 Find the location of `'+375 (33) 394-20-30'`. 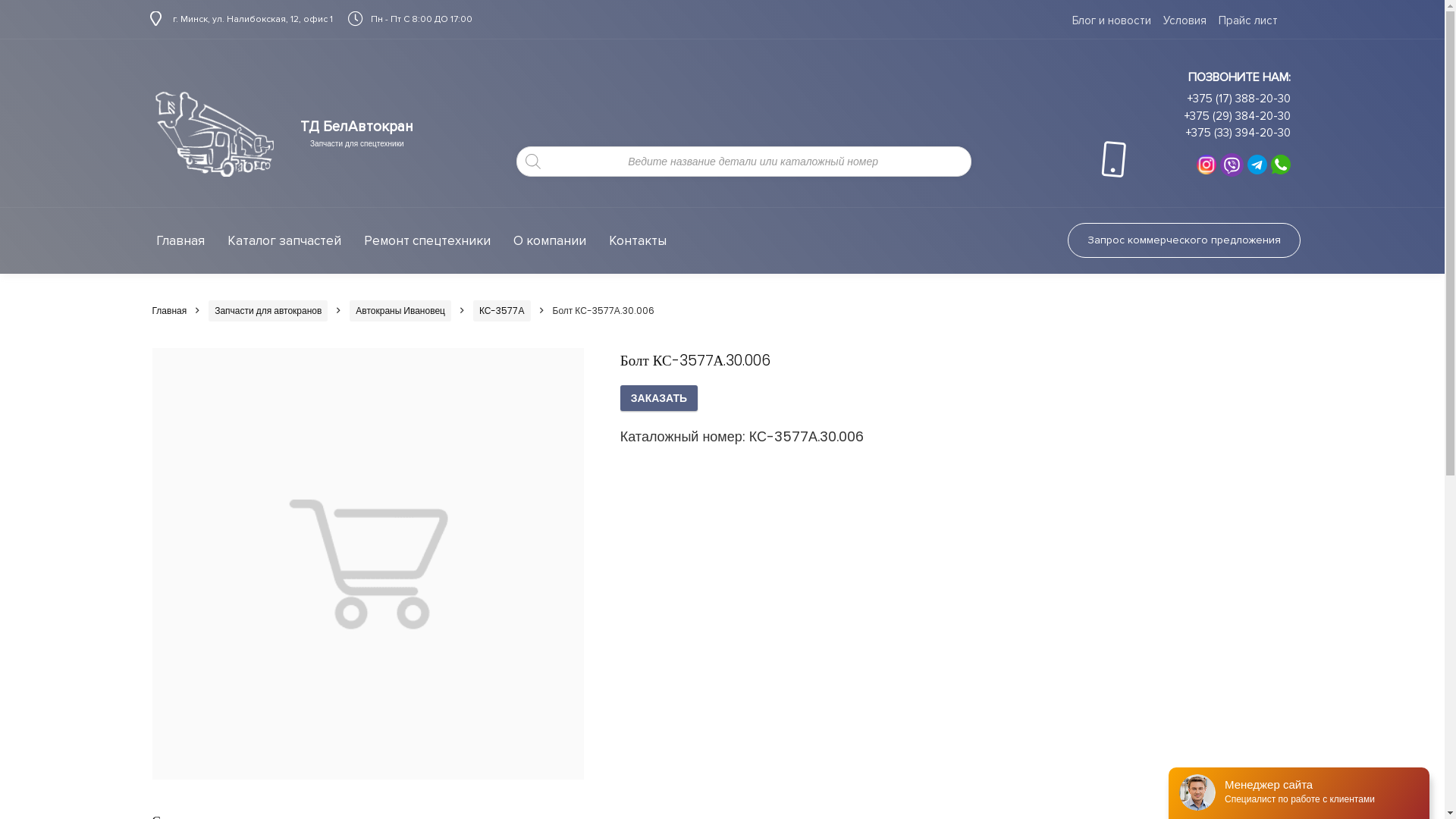

'+375 (33) 394-20-30' is located at coordinates (1238, 131).